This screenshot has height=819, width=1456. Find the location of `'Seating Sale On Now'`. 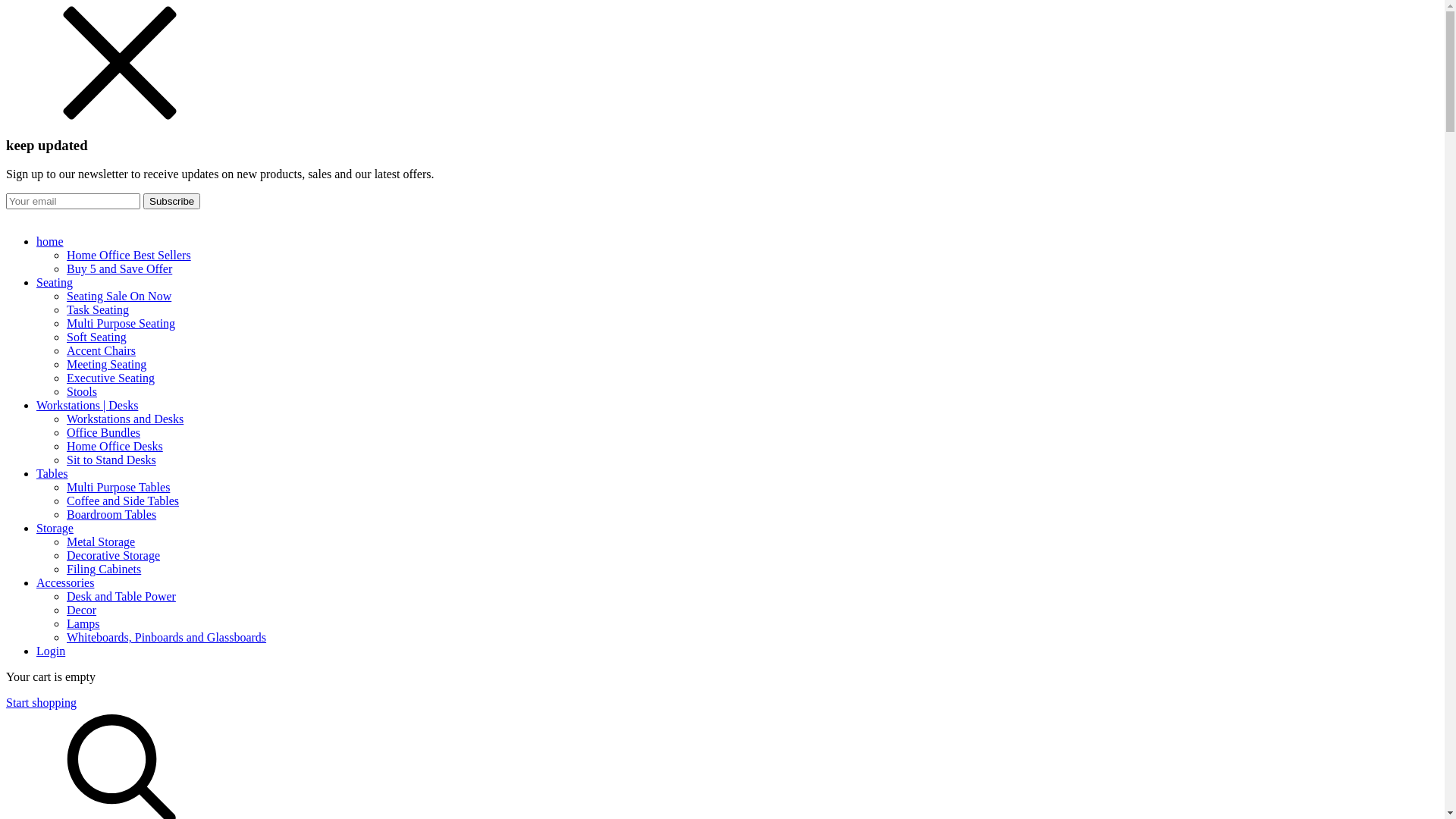

'Seating Sale On Now' is located at coordinates (118, 296).